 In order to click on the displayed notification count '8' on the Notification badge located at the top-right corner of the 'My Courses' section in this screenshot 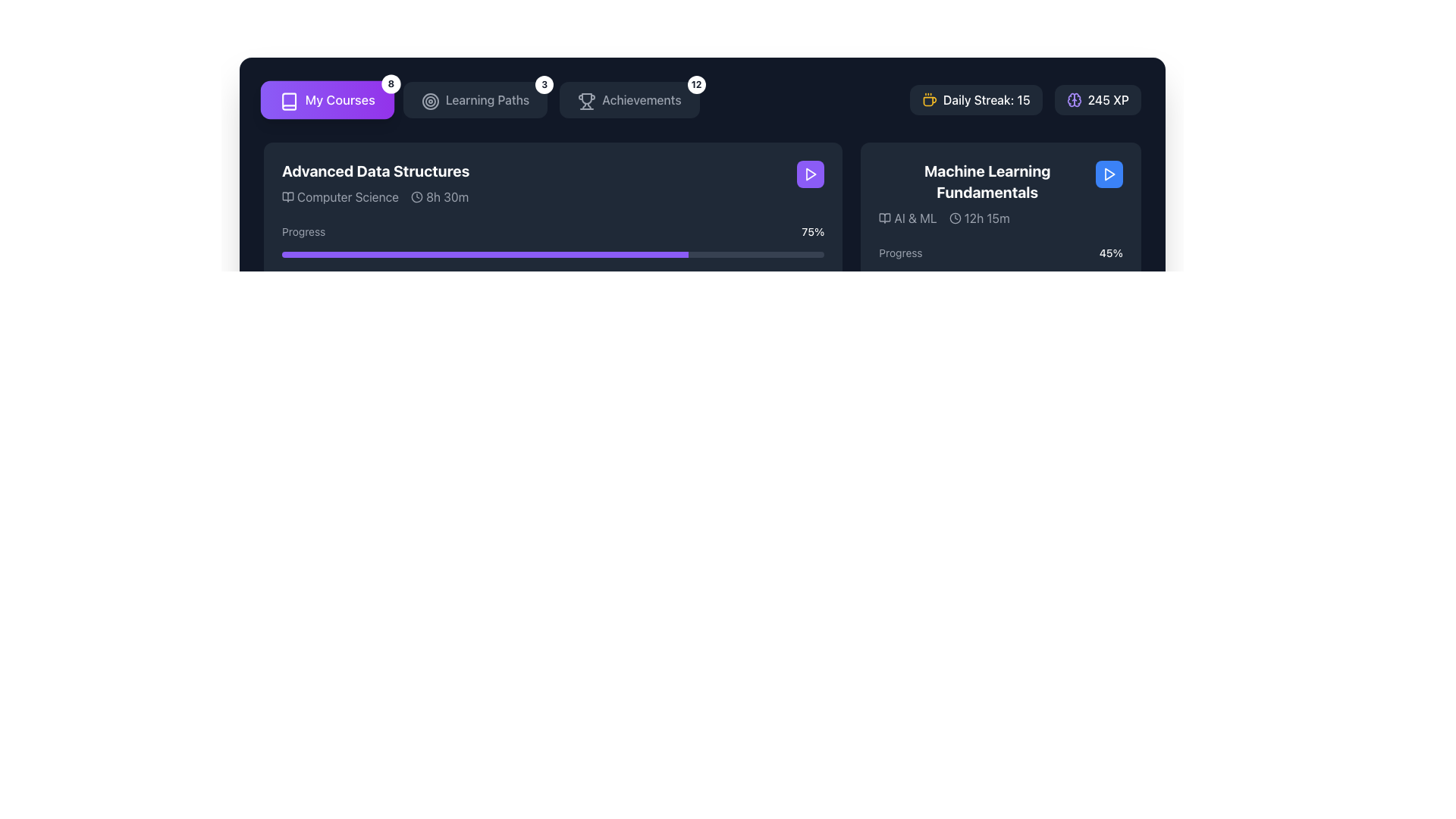, I will do `click(391, 84)`.